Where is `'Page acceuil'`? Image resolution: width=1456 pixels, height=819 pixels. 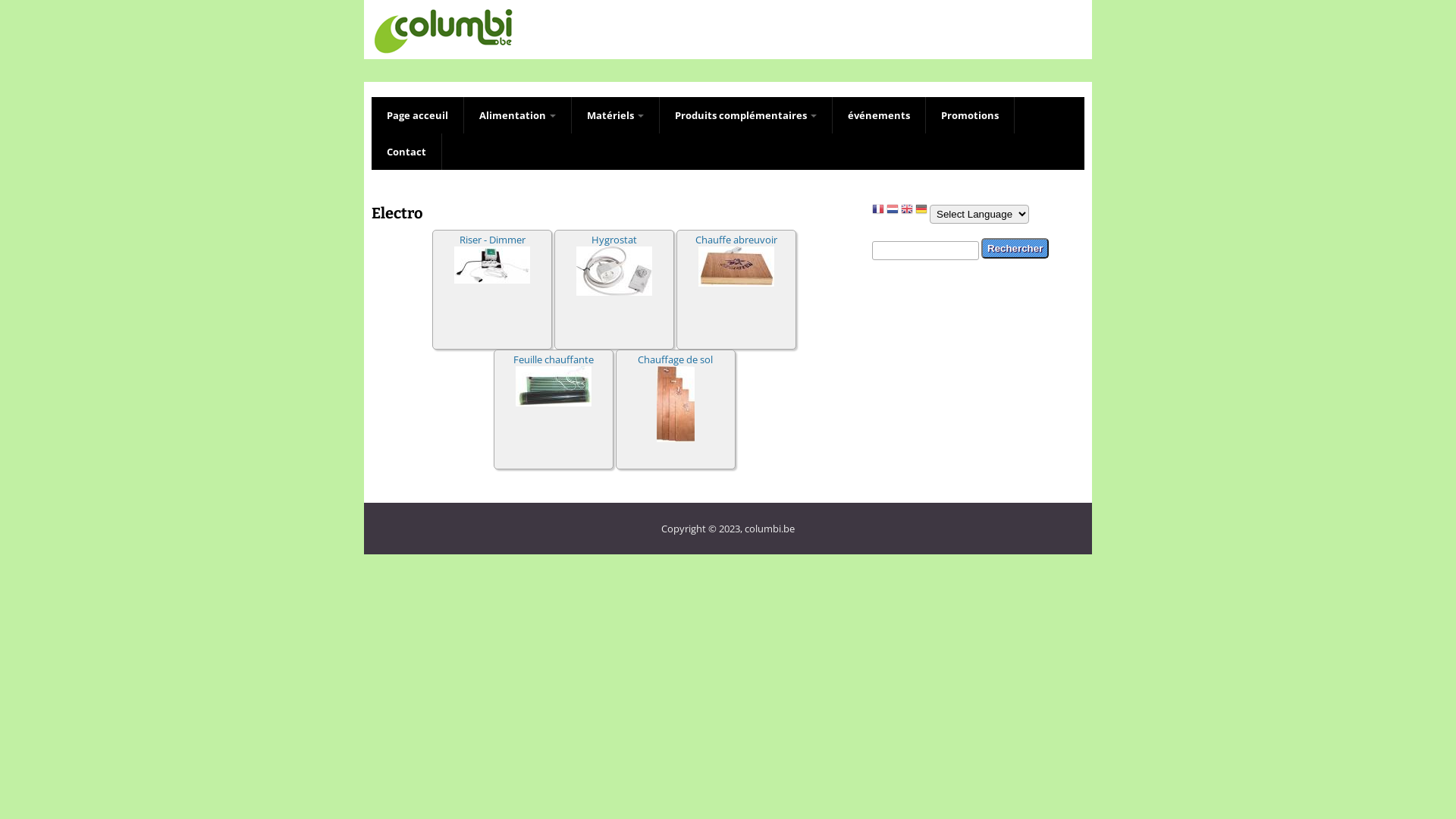 'Page acceuil' is located at coordinates (371, 114).